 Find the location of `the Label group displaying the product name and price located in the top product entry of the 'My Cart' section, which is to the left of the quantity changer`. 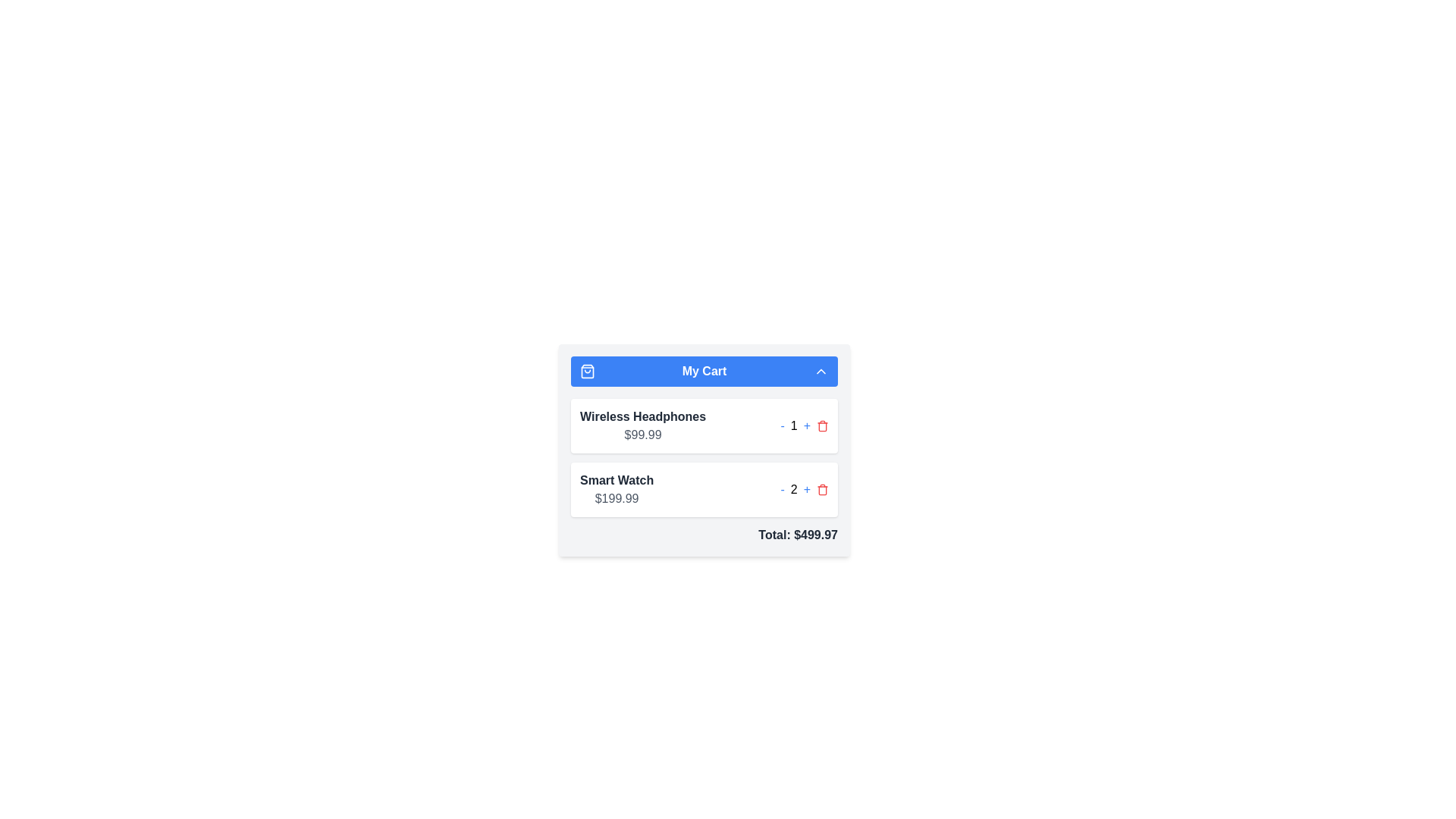

the Label group displaying the product name and price located in the top product entry of the 'My Cart' section, which is to the left of the quantity changer is located at coordinates (643, 426).